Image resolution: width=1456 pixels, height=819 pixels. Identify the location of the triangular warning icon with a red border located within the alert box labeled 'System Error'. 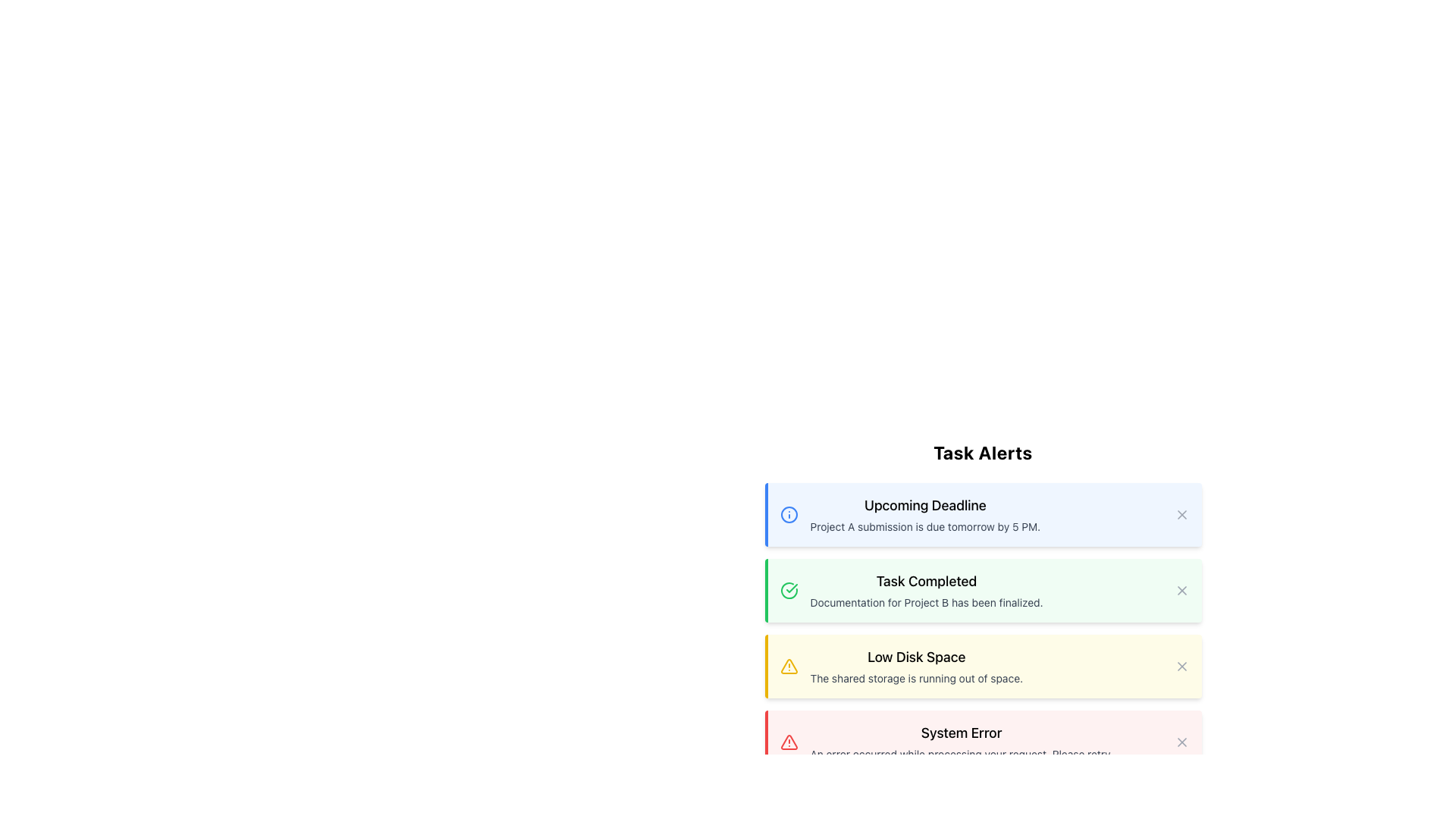
(789, 742).